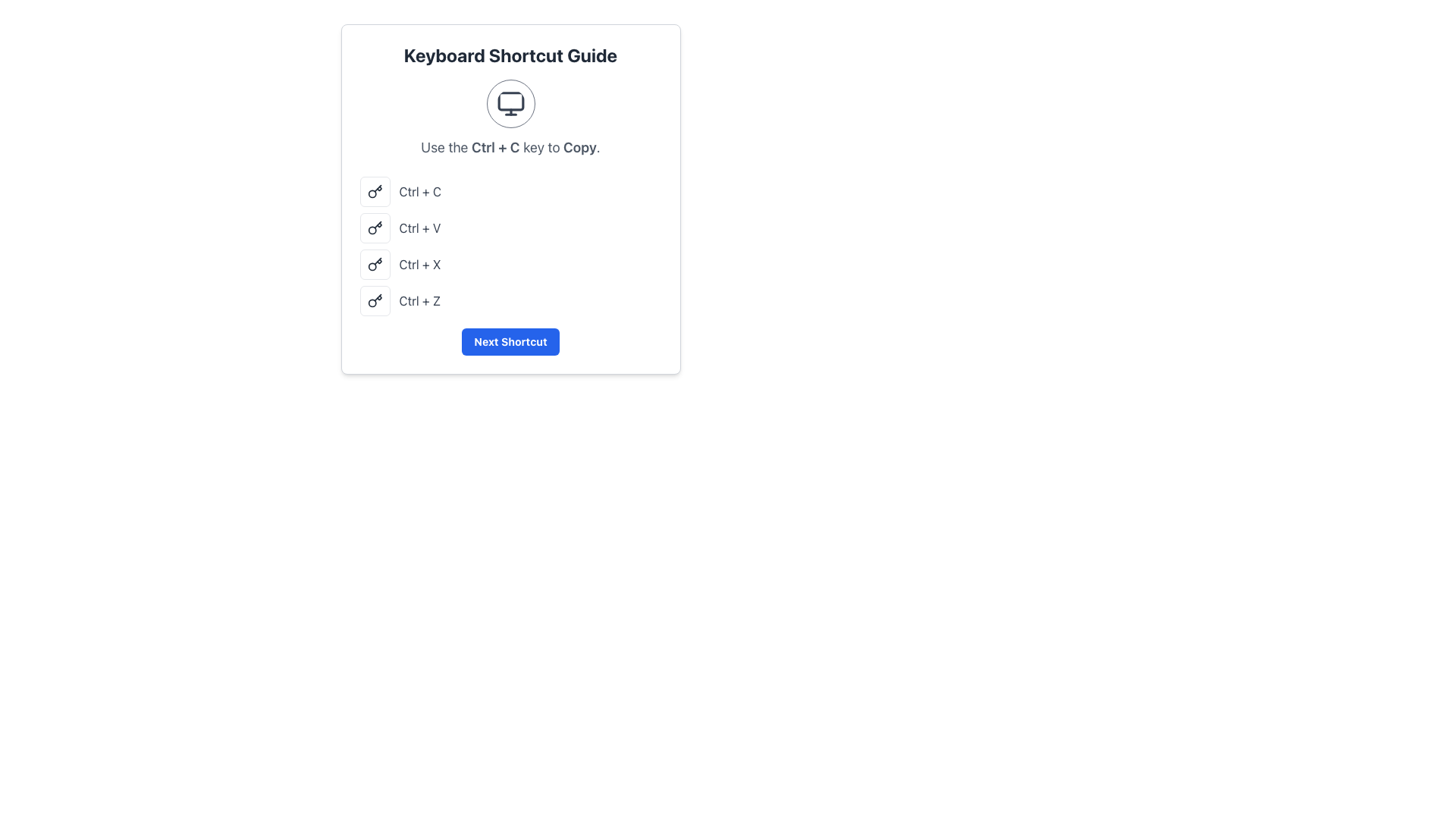 This screenshot has height=819, width=1456. What do you see at coordinates (375, 301) in the screenshot?
I see `the icon button representing the 'Ctrl + Z' keyboard shortcut, located to the left of the text 'Ctrl + Z'` at bounding box center [375, 301].